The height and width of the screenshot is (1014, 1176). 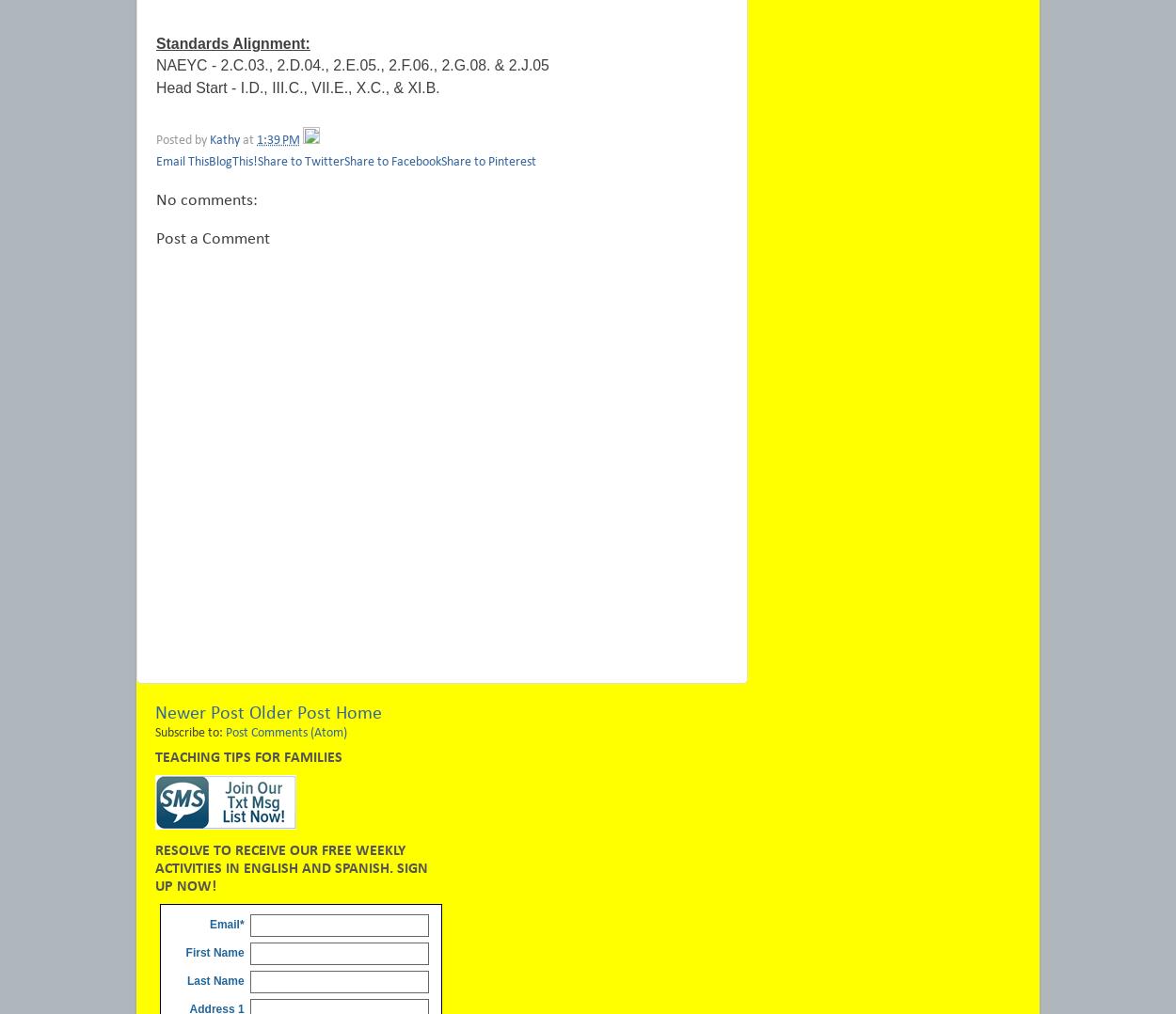 I want to click on 'Teaching Tips for Families', so click(x=248, y=756).